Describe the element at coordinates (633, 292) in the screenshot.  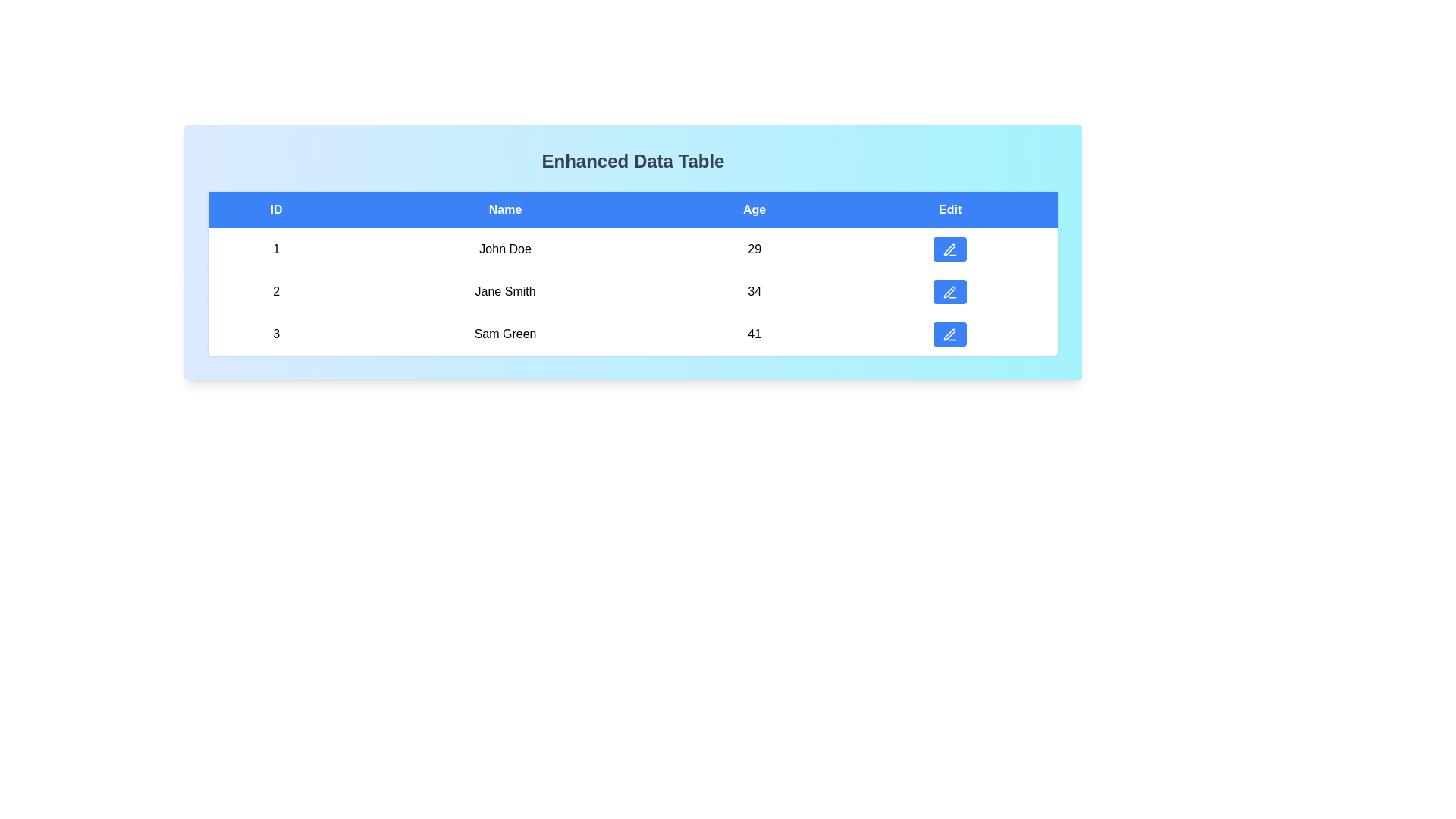
I see `the row corresponding to 2` at that location.